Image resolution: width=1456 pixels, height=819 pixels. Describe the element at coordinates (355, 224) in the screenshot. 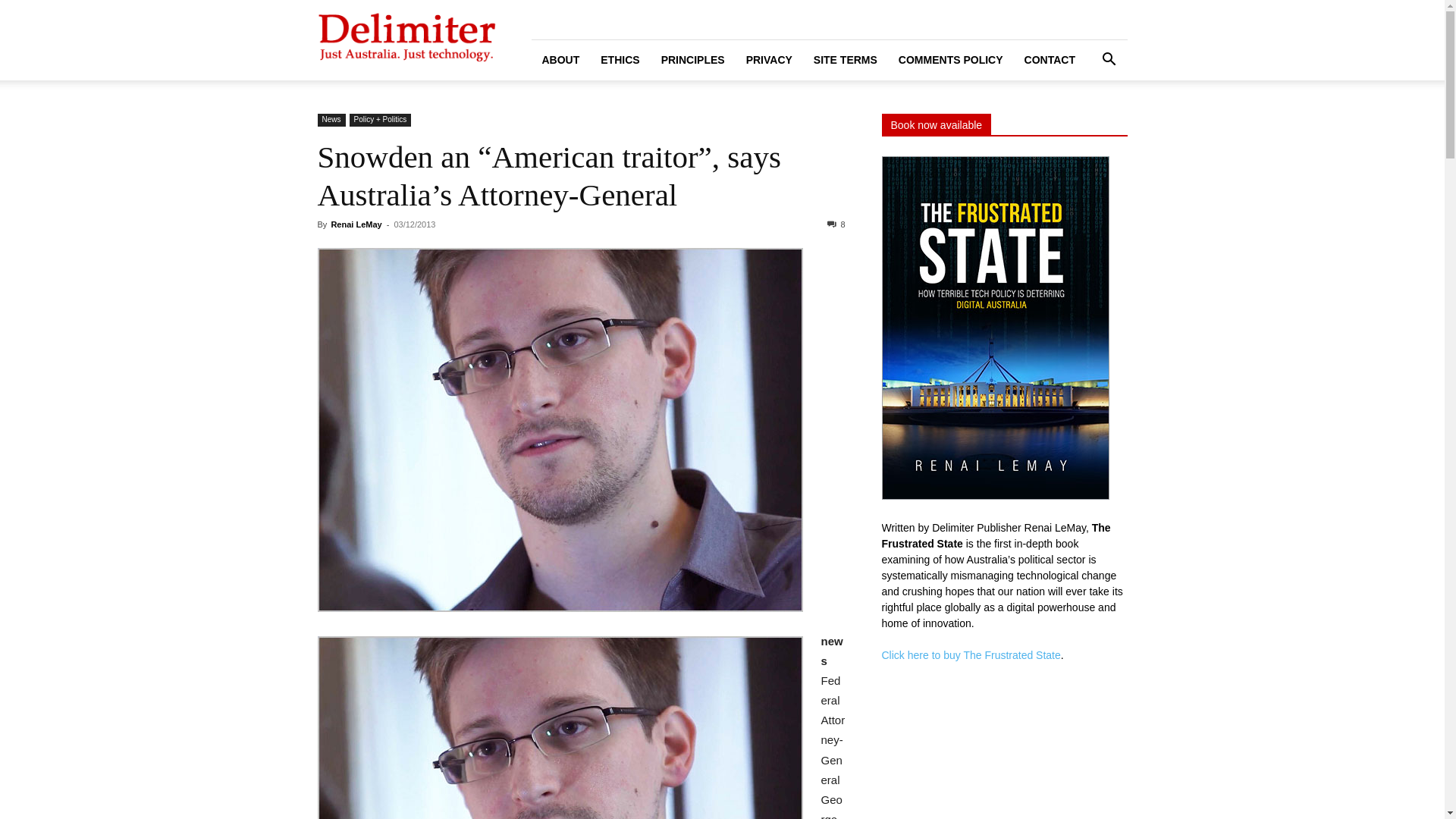

I see `'Renai LeMay'` at that location.